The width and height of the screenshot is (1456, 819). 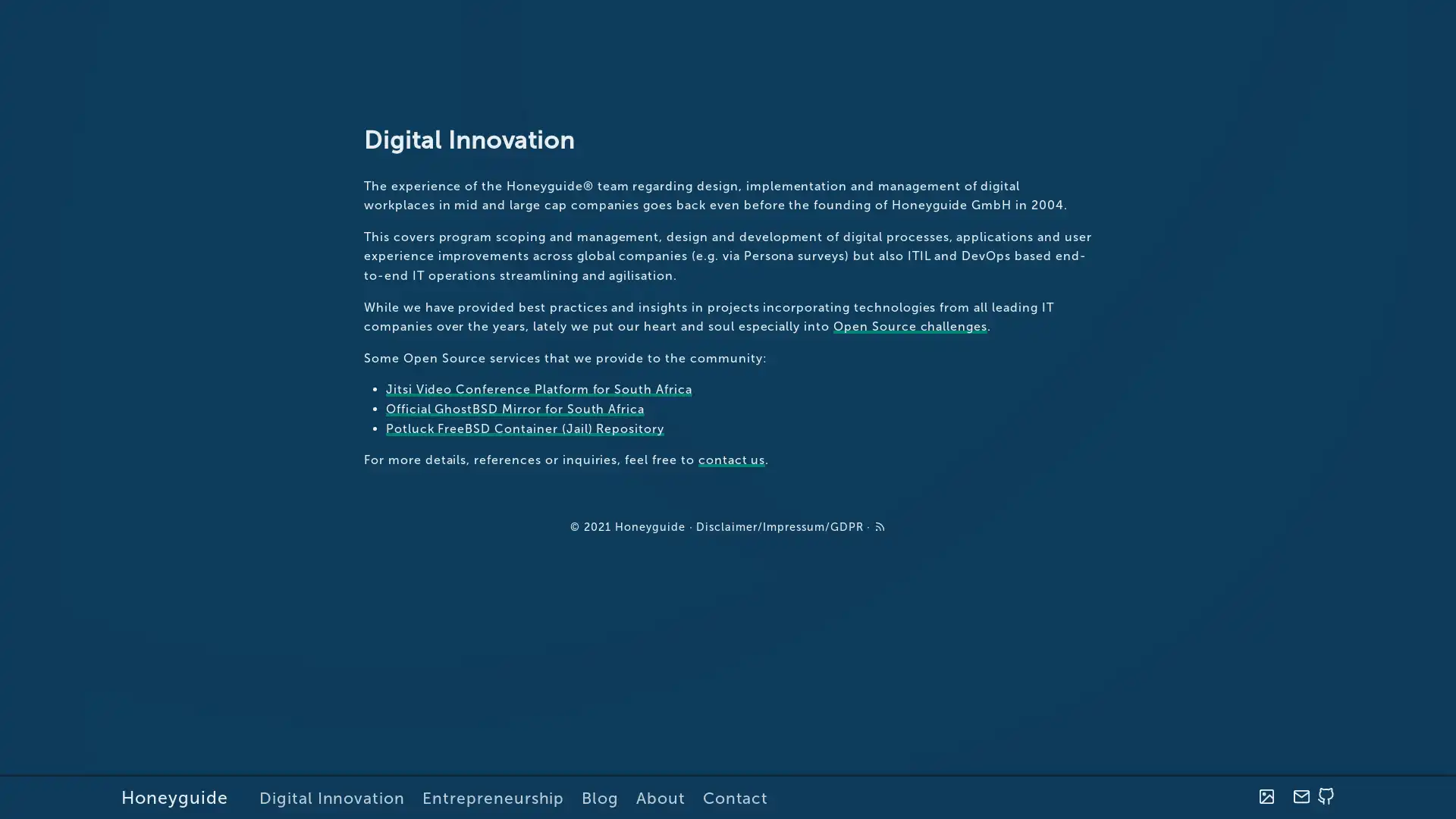 What do you see at coordinates (1266, 796) in the screenshot?
I see `Featured Image` at bounding box center [1266, 796].